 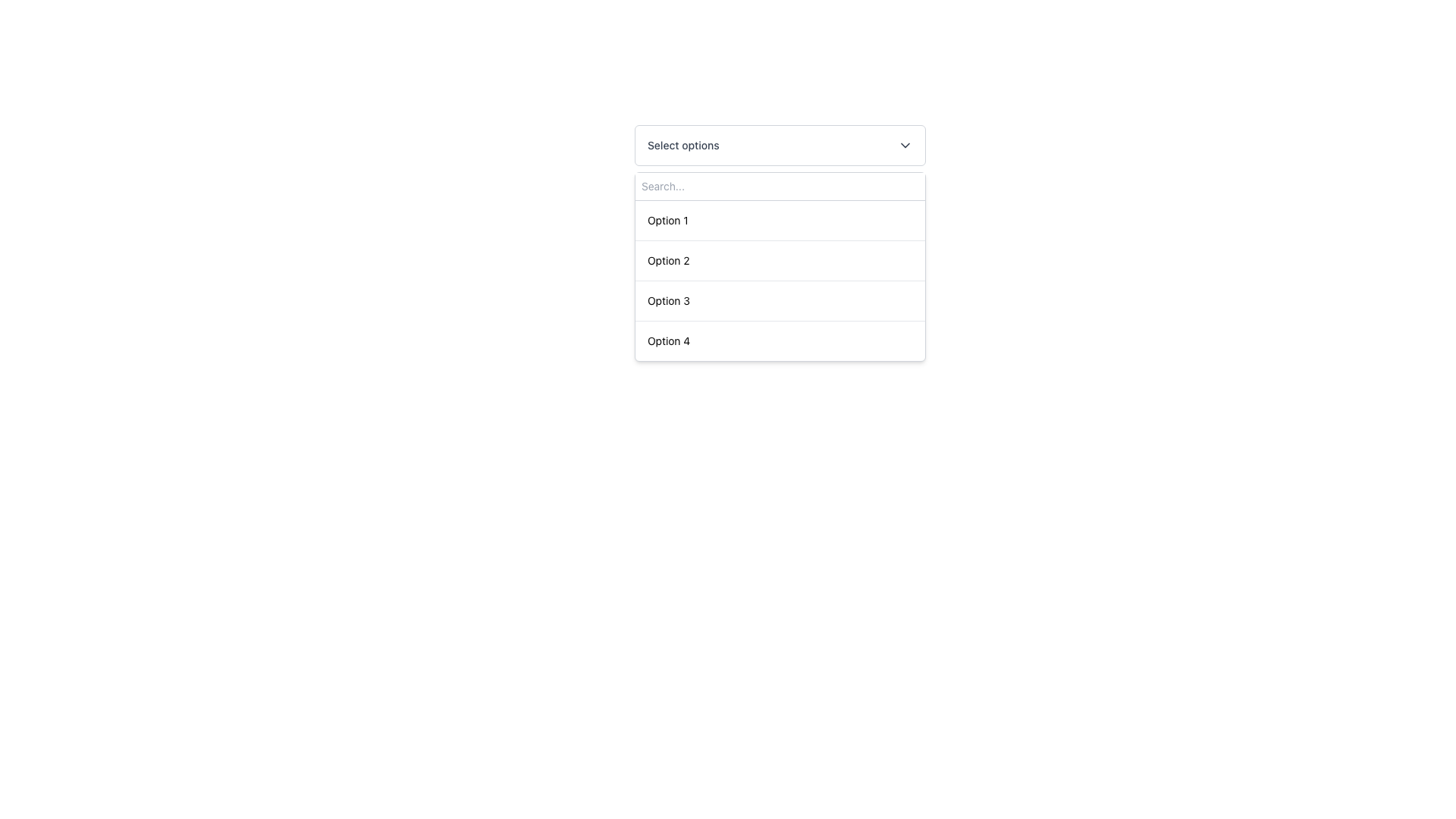 I want to click on to select the list item labeled 'Option 3' in the dropdown menu, which is the third option in the list, so click(x=780, y=300).